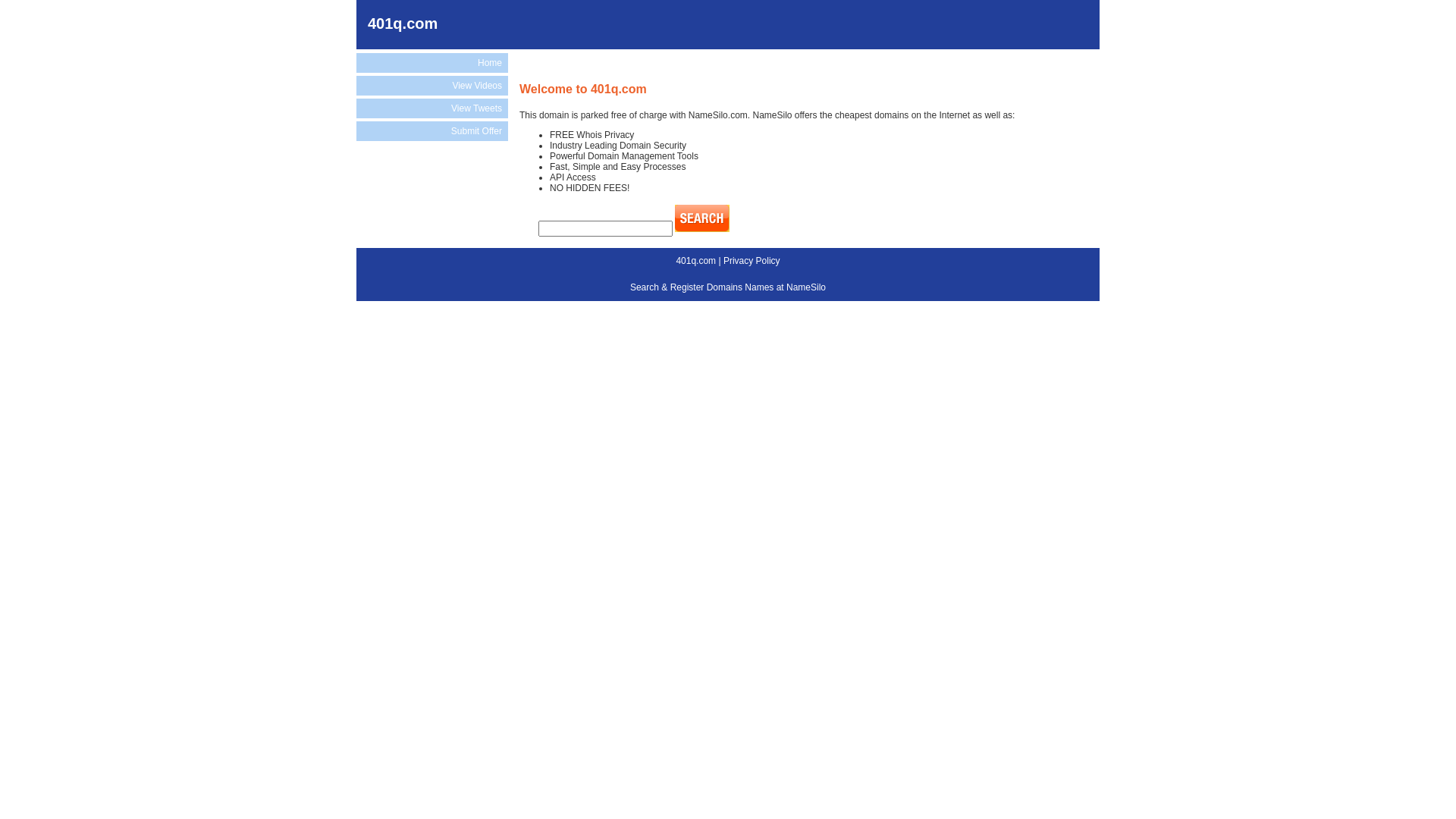 The image size is (1456, 819). What do you see at coordinates (431, 85) in the screenshot?
I see `'View Videos'` at bounding box center [431, 85].